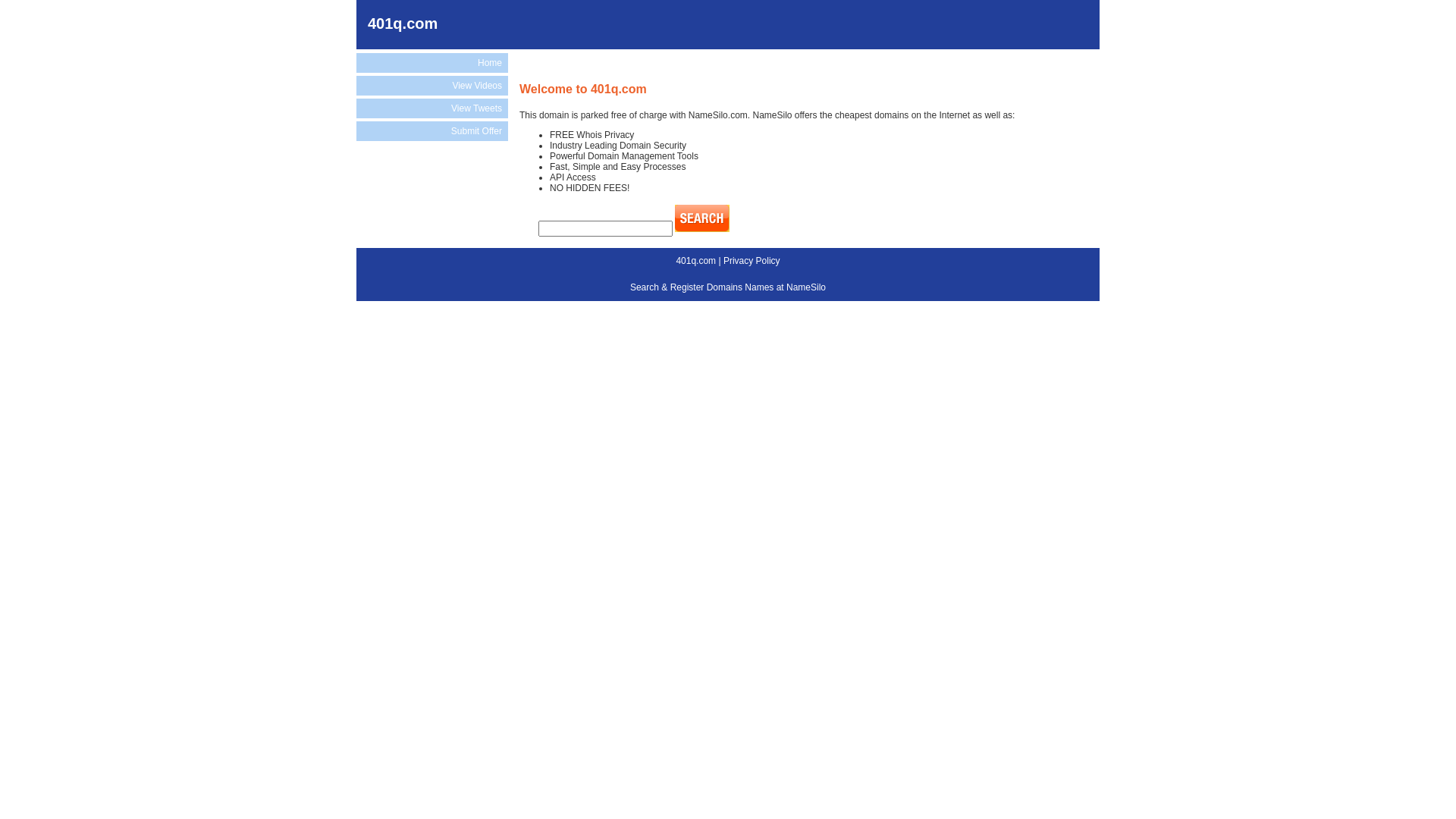 The image size is (1456, 819). What do you see at coordinates (431, 85) in the screenshot?
I see `'View Videos'` at bounding box center [431, 85].